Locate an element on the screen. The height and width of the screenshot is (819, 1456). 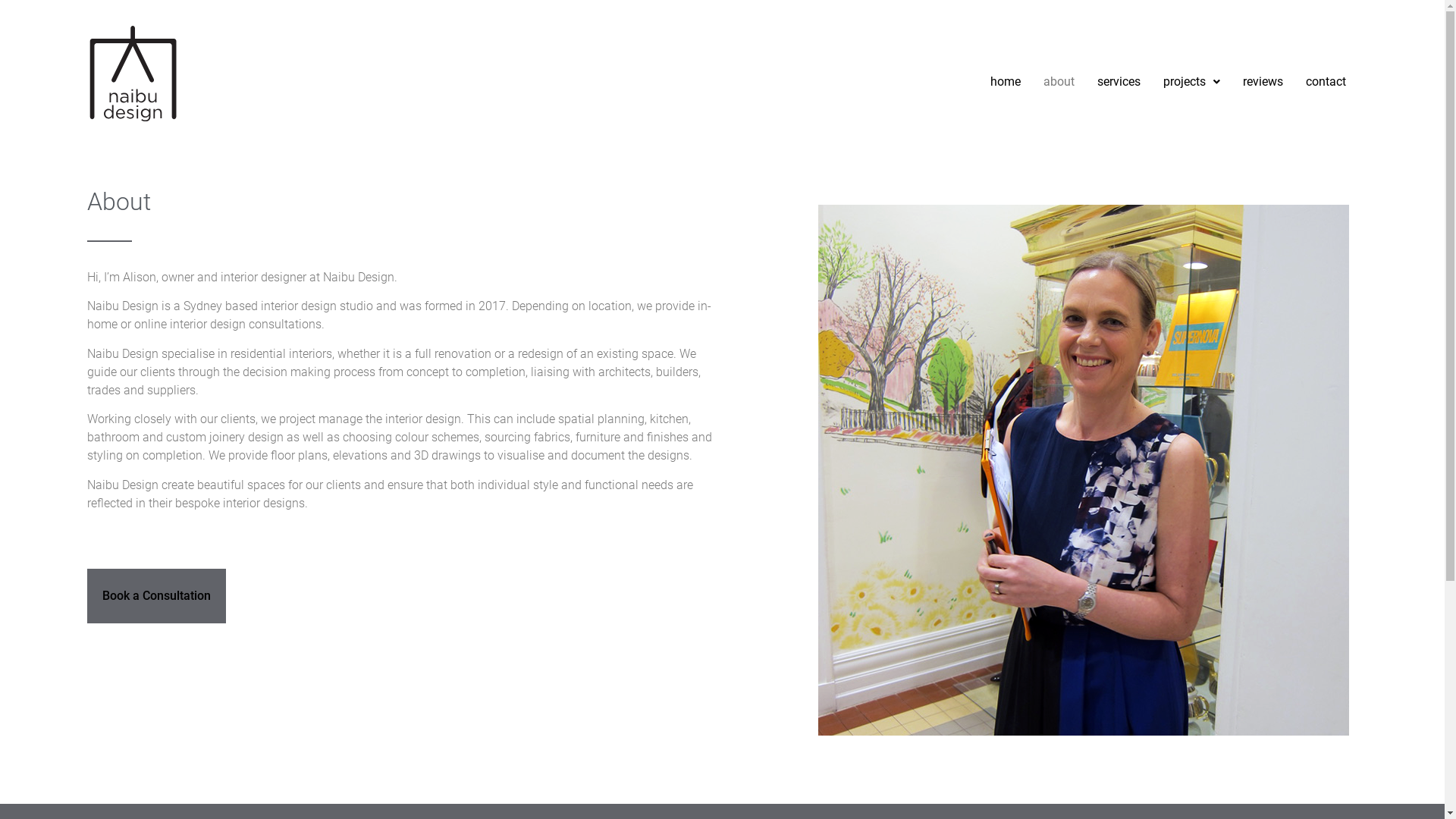
'projects' is located at coordinates (1191, 82).